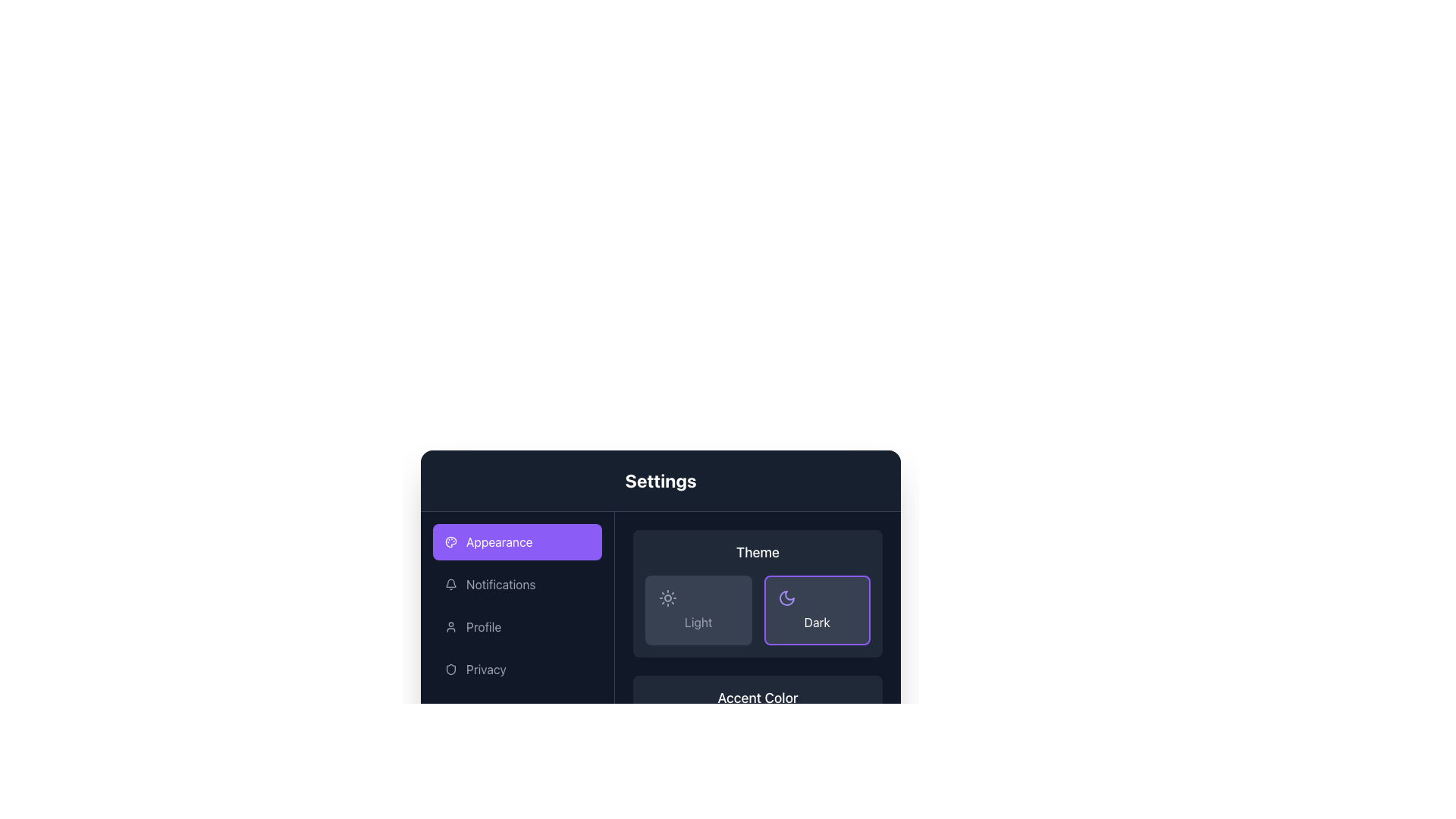 This screenshot has width=1456, height=819. What do you see at coordinates (758, 610) in the screenshot?
I see `the segmented control options for the theme selector located under the 'Theme' heading in the settings interface to receive additional feedback` at bounding box center [758, 610].